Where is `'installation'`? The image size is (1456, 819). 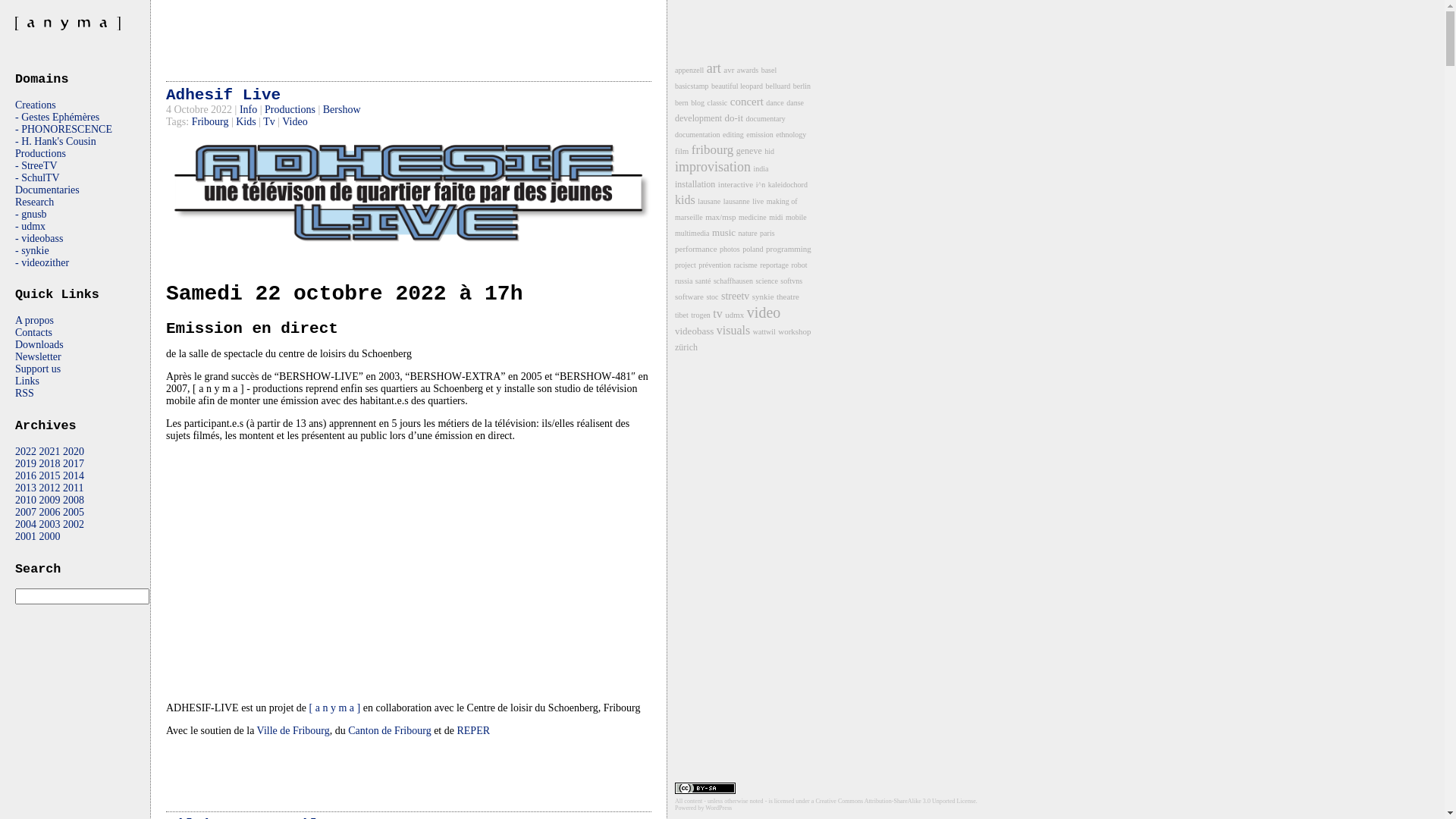 'installation' is located at coordinates (694, 184).